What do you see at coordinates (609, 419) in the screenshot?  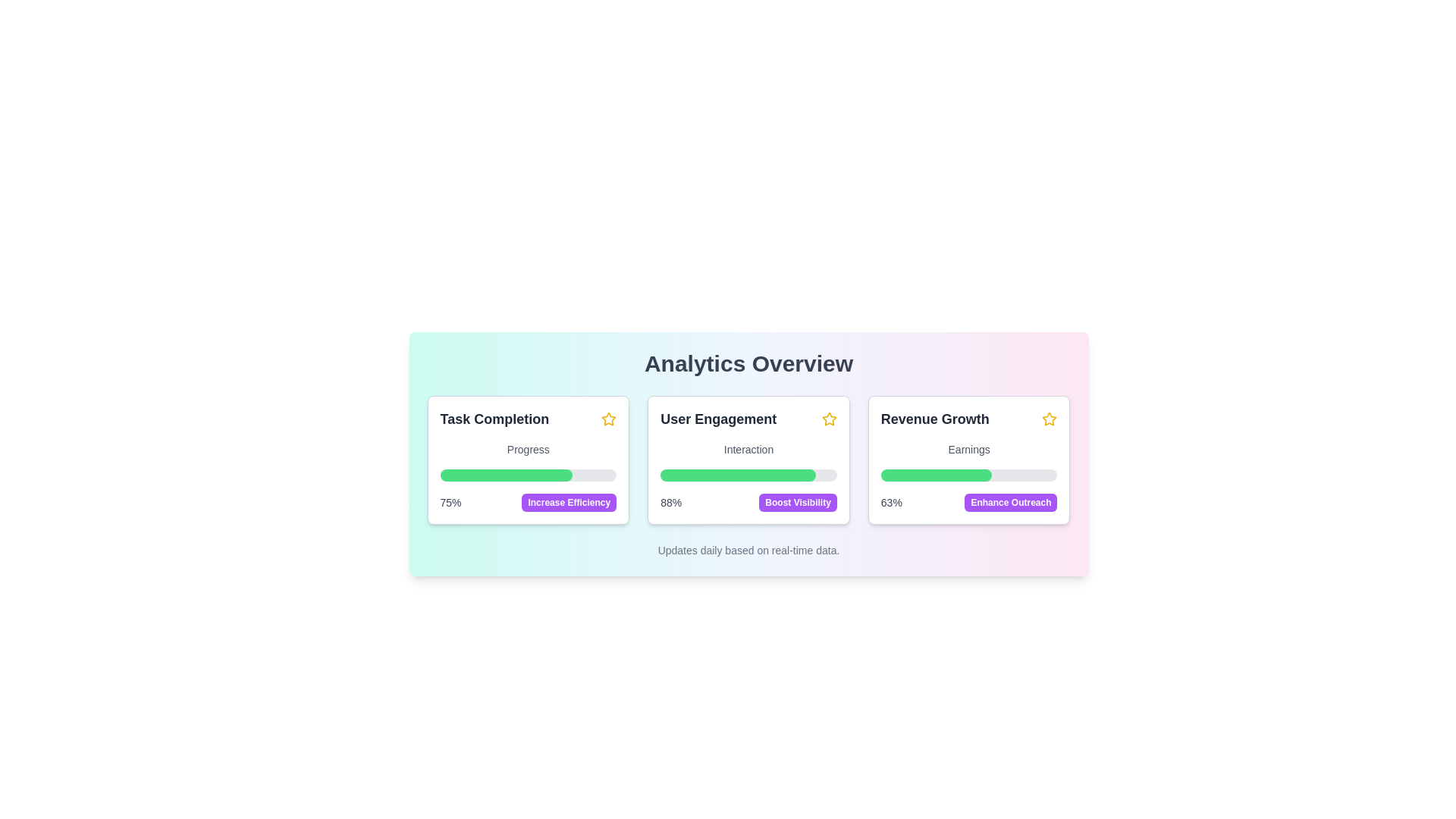 I see `the yellow star-shaped icon located in the top-right corner of the 'Task Completion' card` at bounding box center [609, 419].